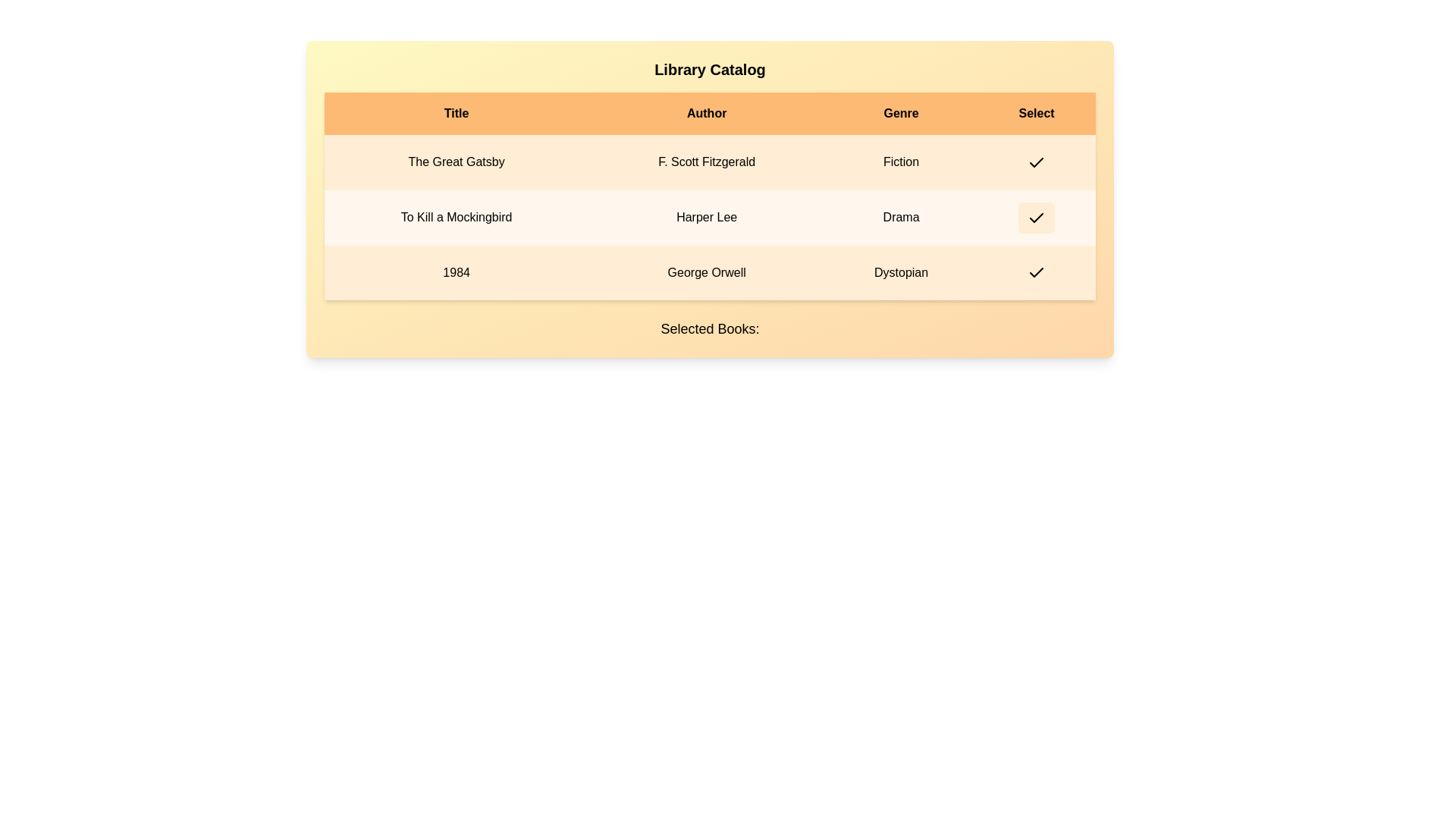 This screenshot has height=819, width=1456. Describe the element at coordinates (1036, 162) in the screenshot. I see `the selection button in the top row under the 'Select' column to mark 'The Great Gatsby' as selected` at that location.